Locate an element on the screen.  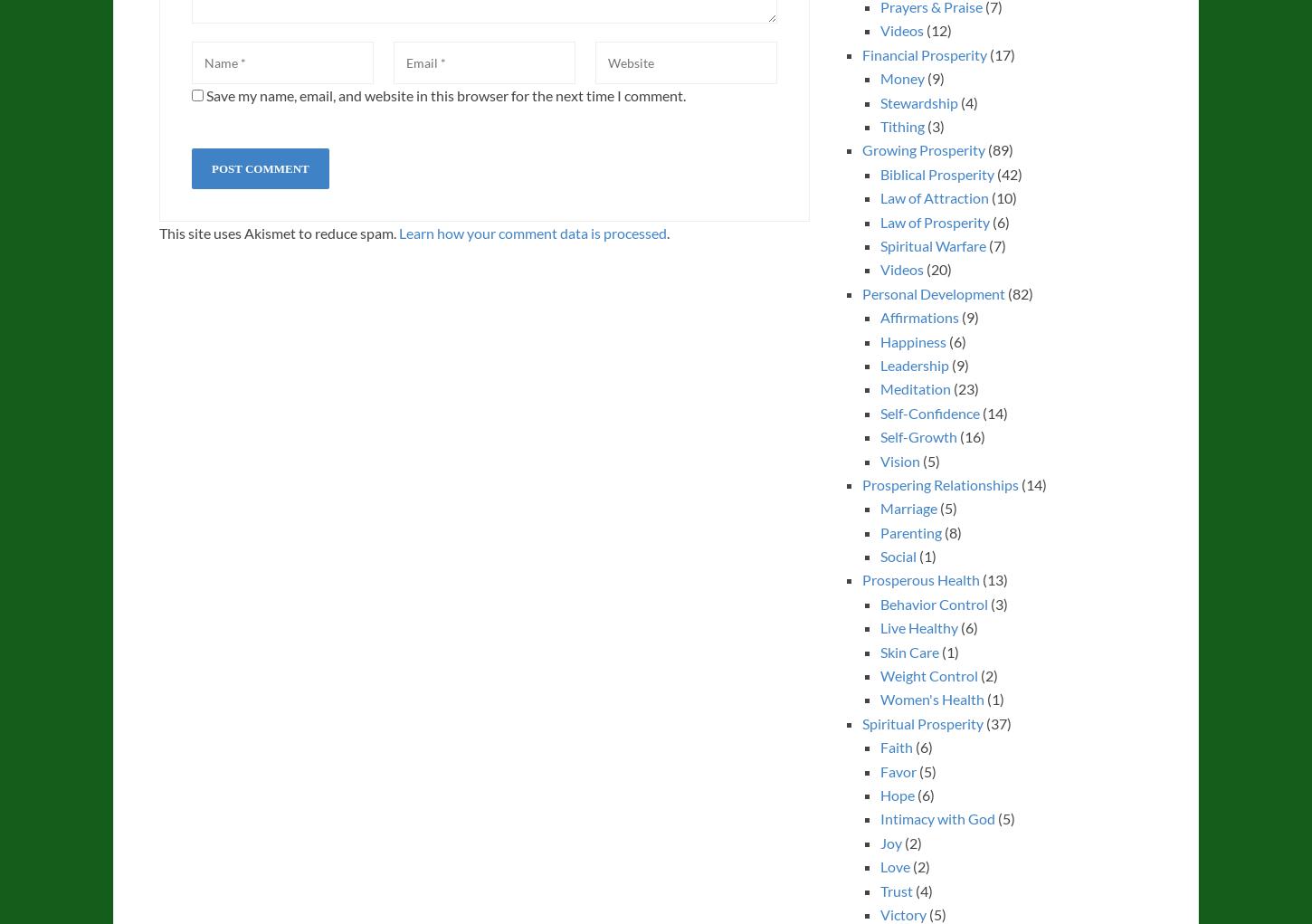
'Intimacy with God' is located at coordinates (936, 818).